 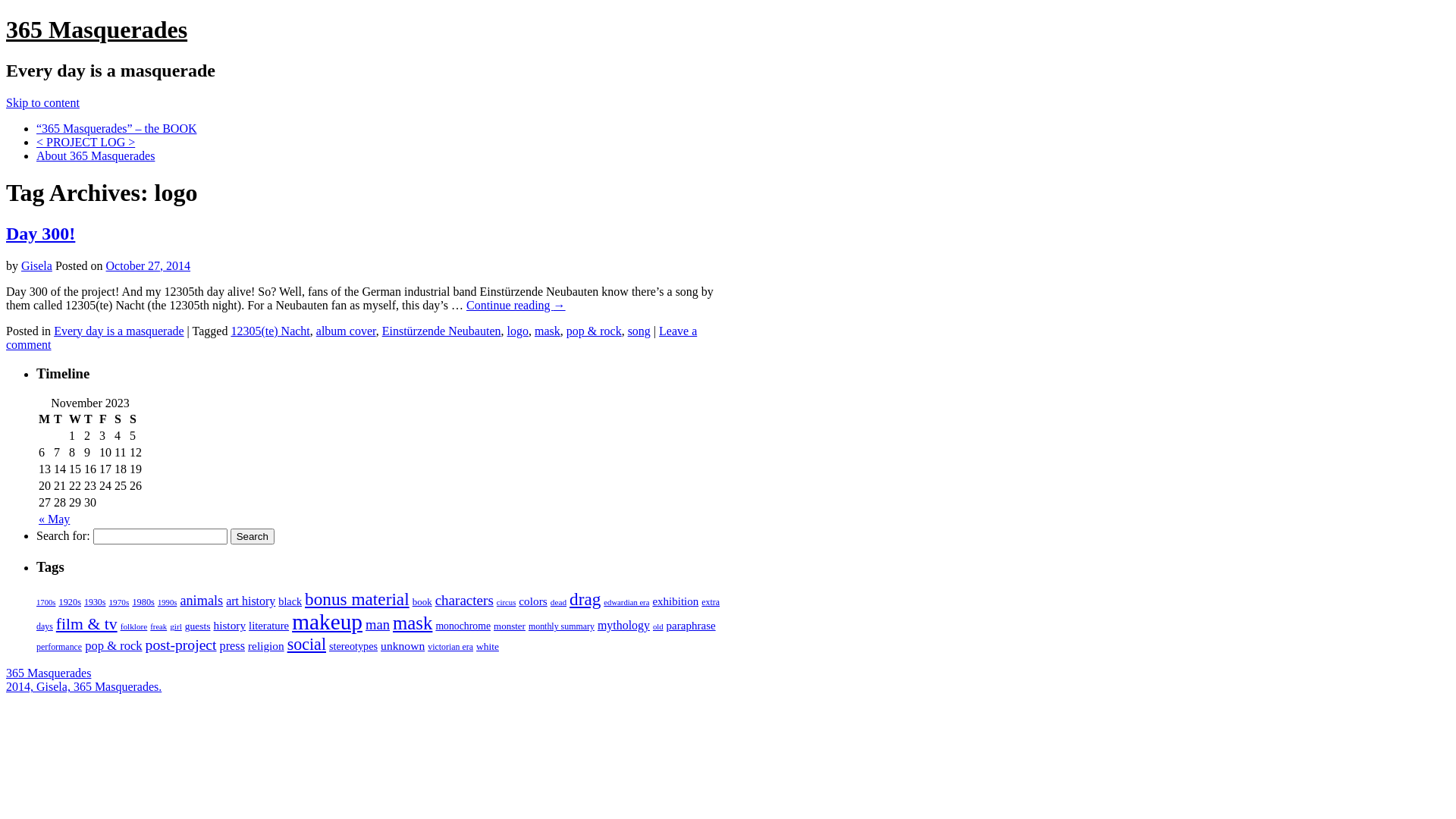 What do you see at coordinates (36, 265) in the screenshot?
I see `'Gisela'` at bounding box center [36, 265].